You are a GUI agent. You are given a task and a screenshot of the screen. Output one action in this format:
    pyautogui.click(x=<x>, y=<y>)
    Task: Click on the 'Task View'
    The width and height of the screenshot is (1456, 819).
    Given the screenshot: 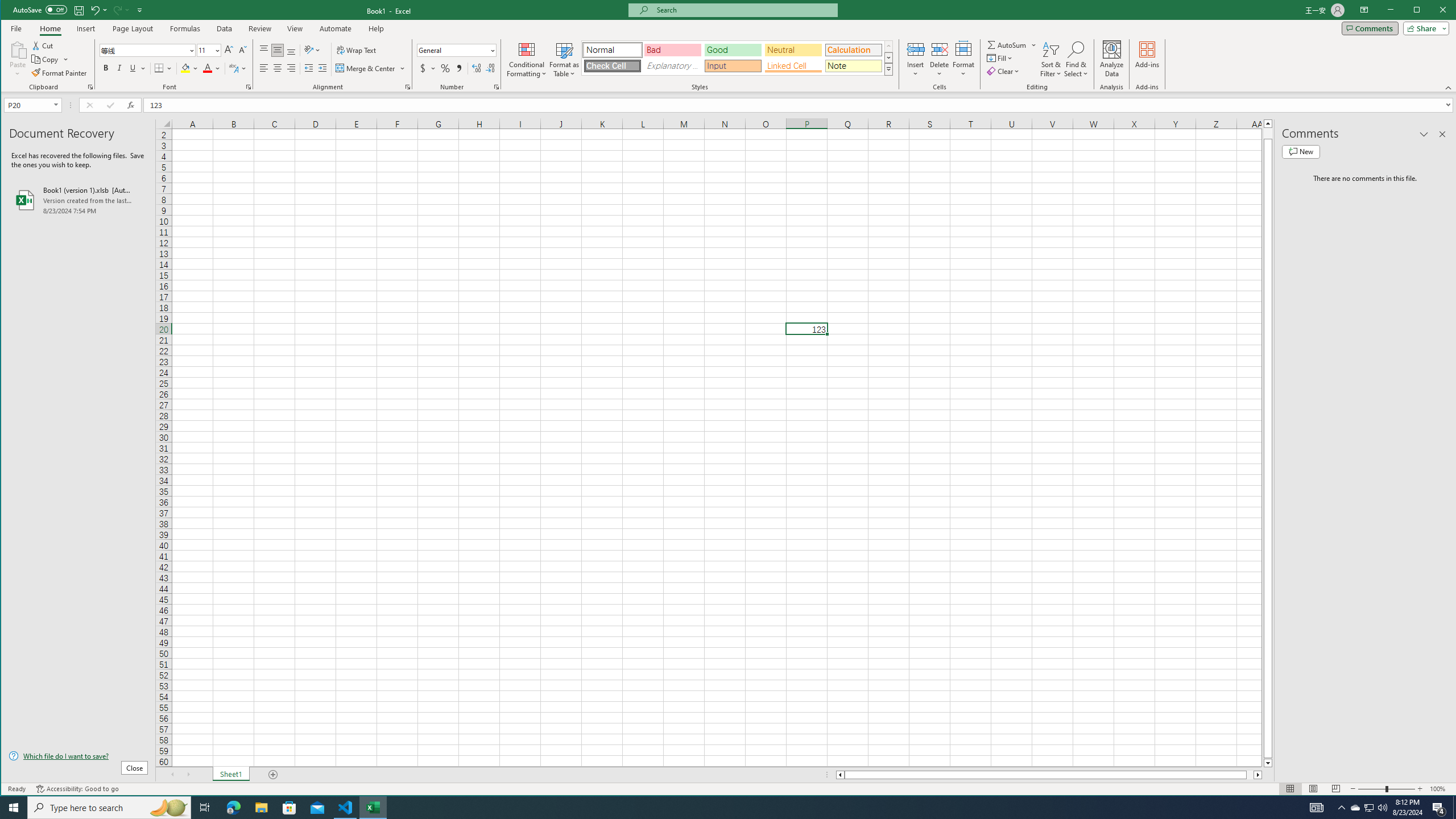 What is the action you would take?
    pyautogui.click(x=204, y=806)
    